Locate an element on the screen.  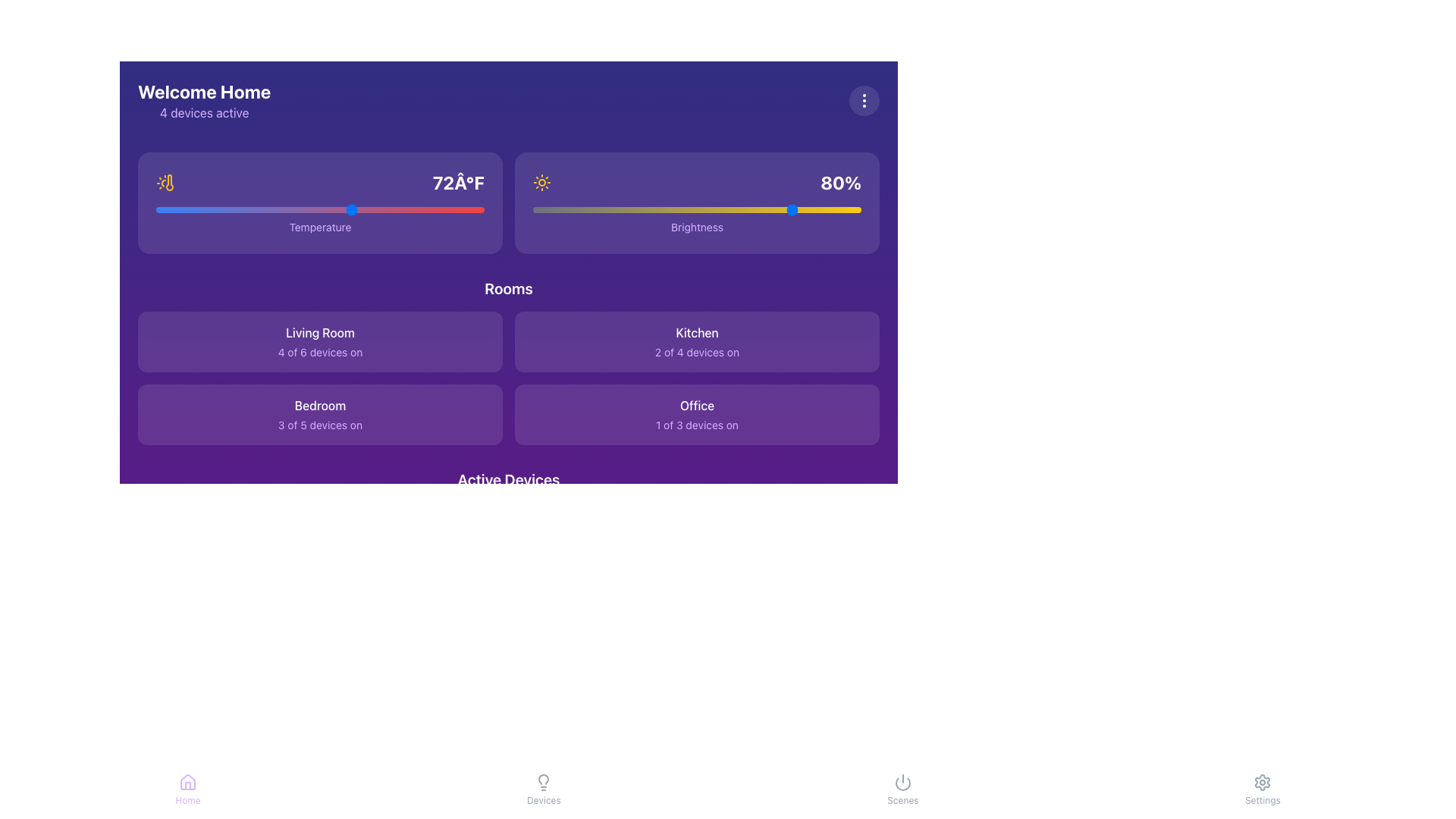
the third button in the navigation bar at the bottom of the interface is located at coordinates (902, 789).